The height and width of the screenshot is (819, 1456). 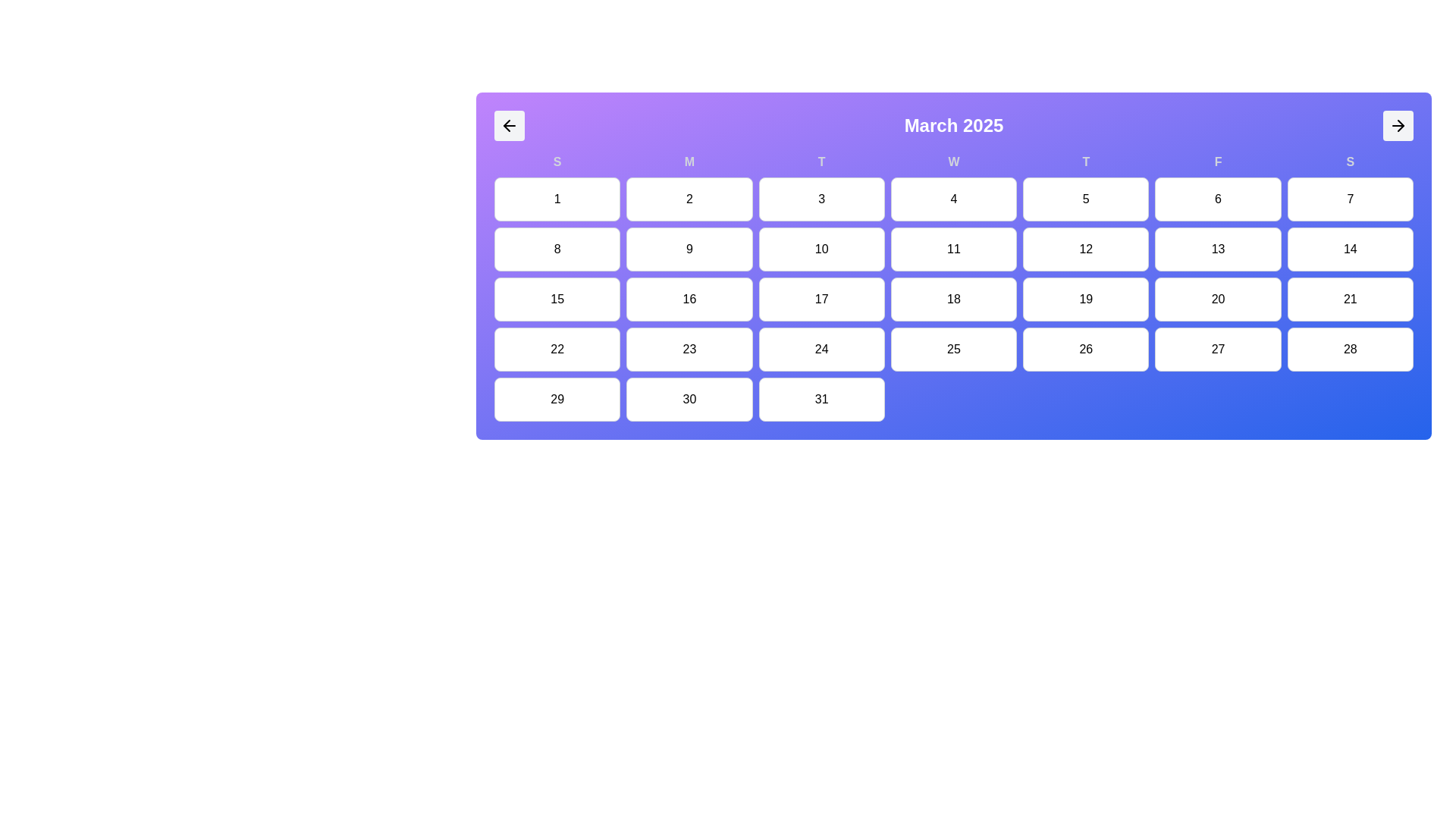 What do you see at coordinates (1085, 248) in the screenshot?
I see `the grid cell representing the 12th day in the calendar view` at bounding box center [1085, 248].